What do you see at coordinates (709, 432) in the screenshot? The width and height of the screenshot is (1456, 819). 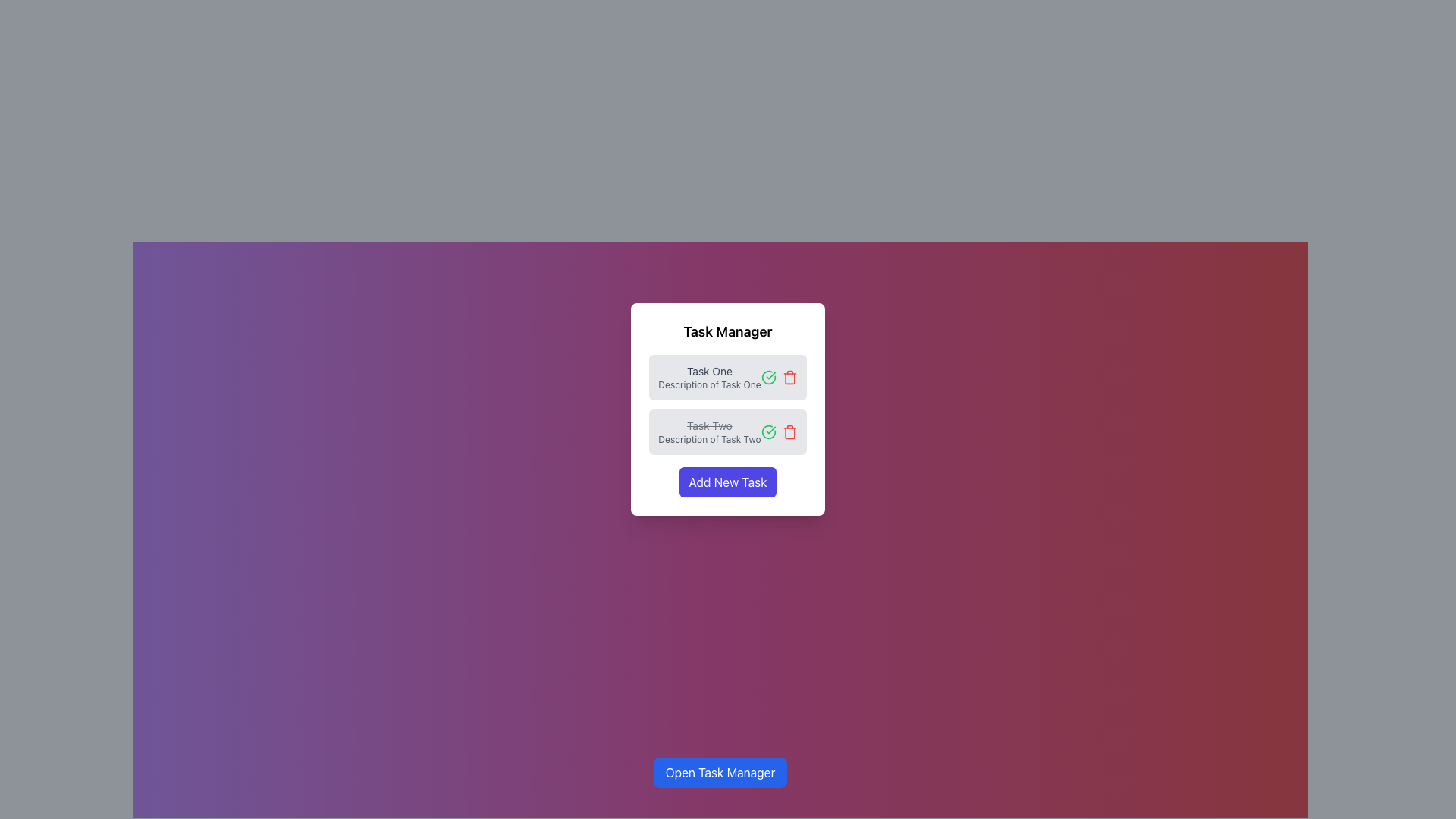 I see `the text display that shows 'Task Two' with a strikethrough style and 'Description of Task Two' below it, located in the second task card of the task manager interface` at bounding box center [709, 432].